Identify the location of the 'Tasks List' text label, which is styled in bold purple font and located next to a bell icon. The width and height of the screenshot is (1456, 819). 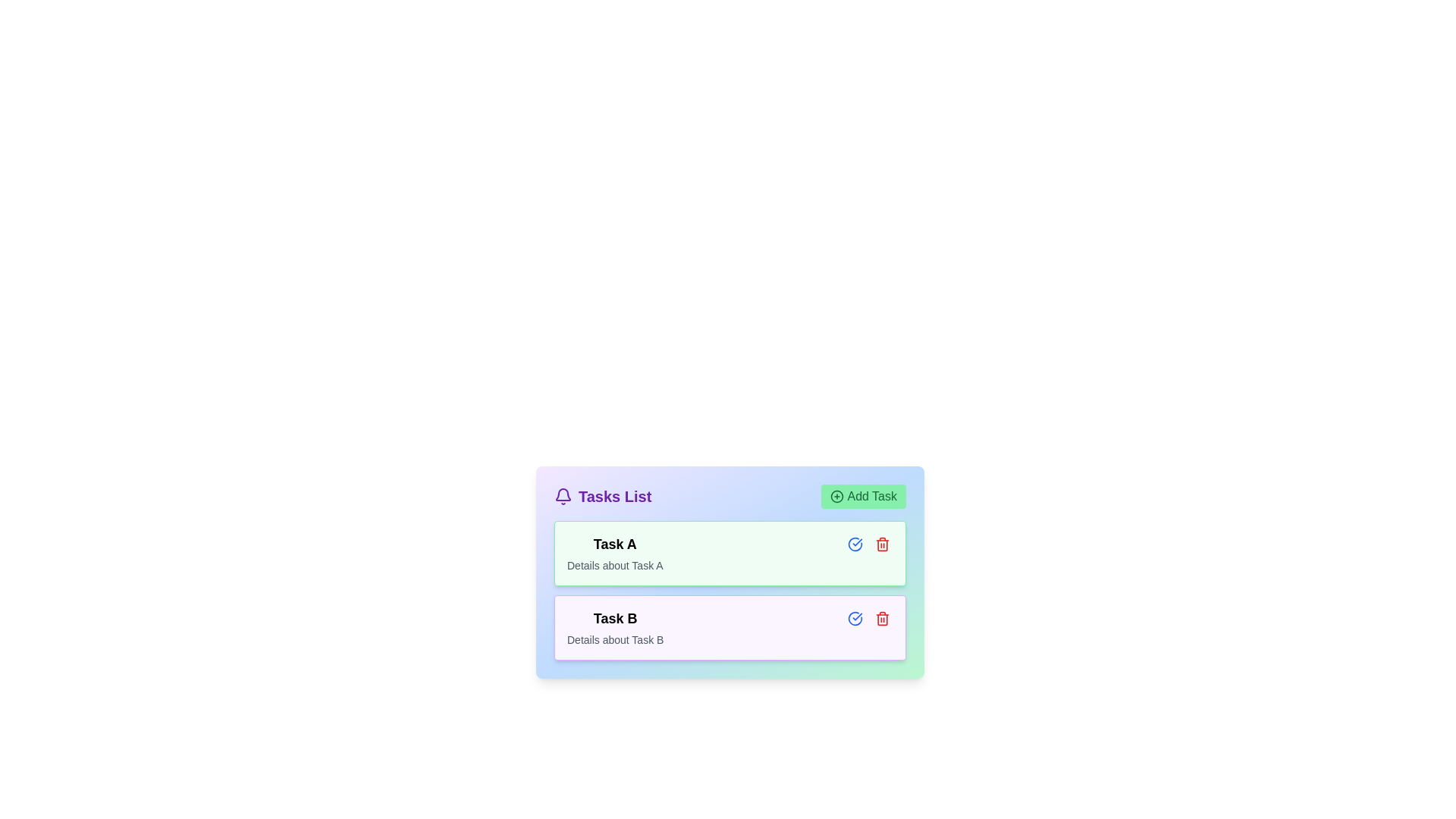
(602, 497).